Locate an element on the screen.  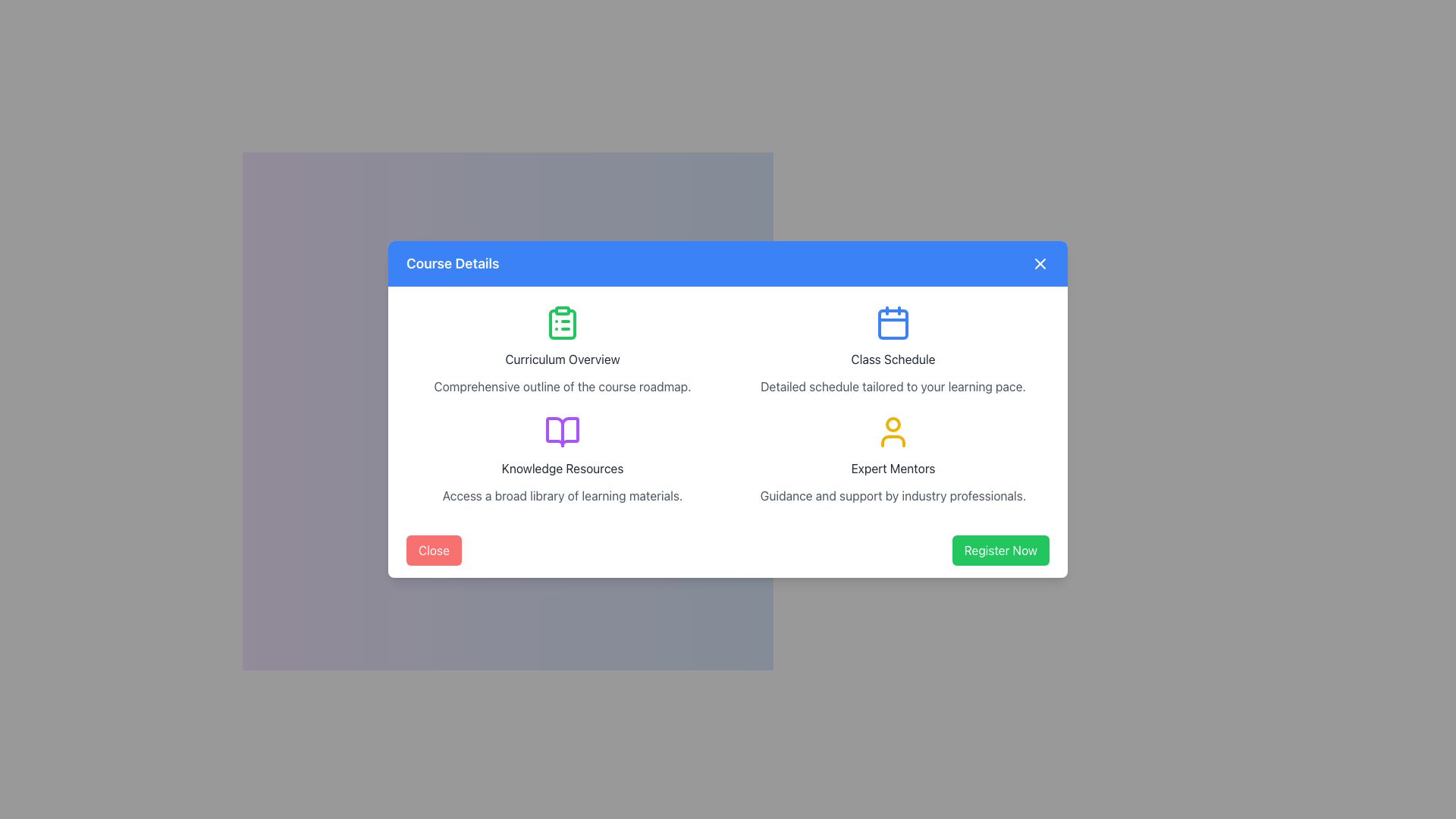
the informational panel with an open book icon and the title 'Knowledge Resources' located in the bottom-left quadrant of the grid layout is located at coordinates (562, 458).